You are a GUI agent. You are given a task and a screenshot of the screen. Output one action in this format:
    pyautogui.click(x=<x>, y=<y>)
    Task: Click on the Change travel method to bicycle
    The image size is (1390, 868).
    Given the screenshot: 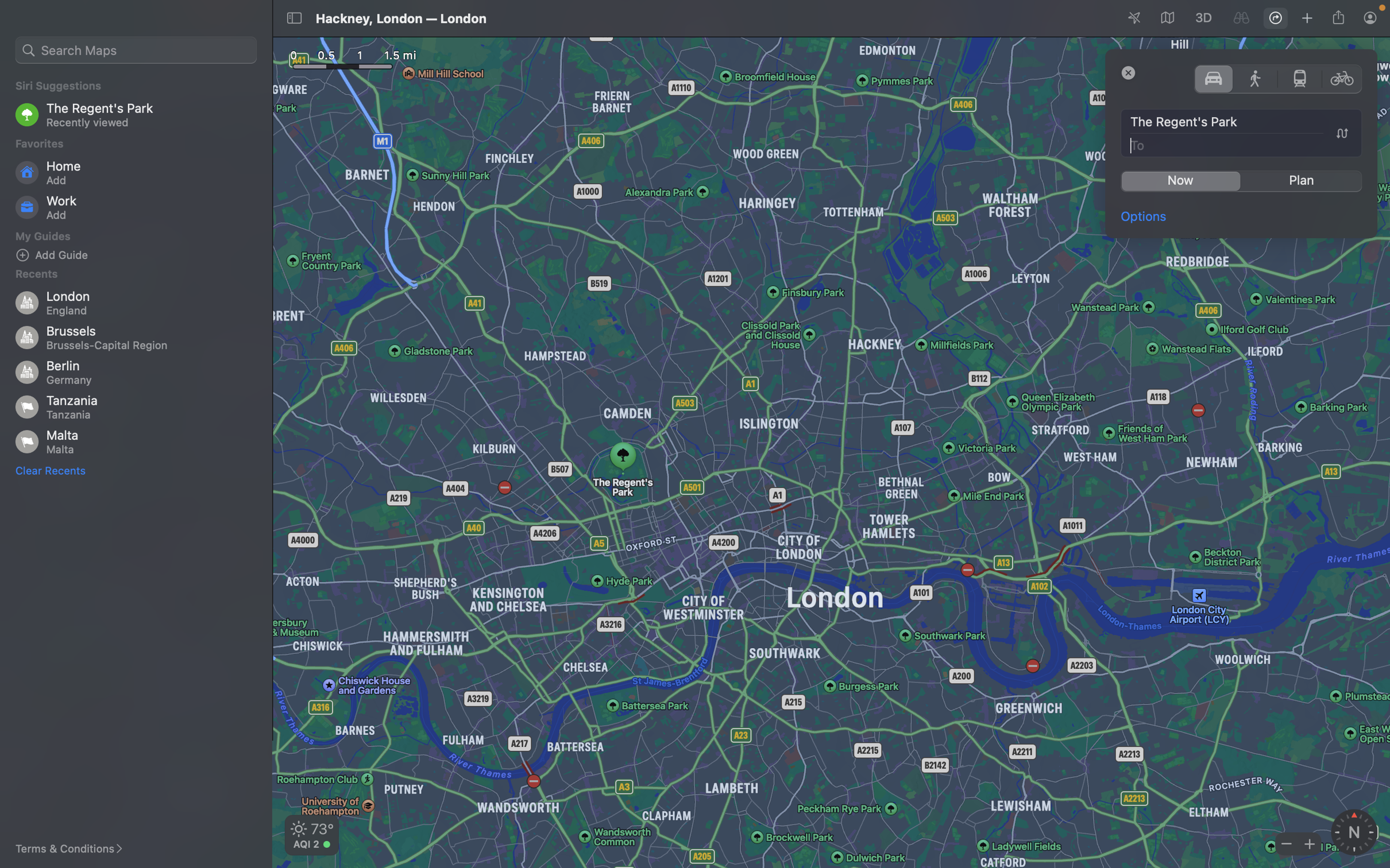 What is the action you would take?
    pyautogui.click(x=1343, y=77)
    